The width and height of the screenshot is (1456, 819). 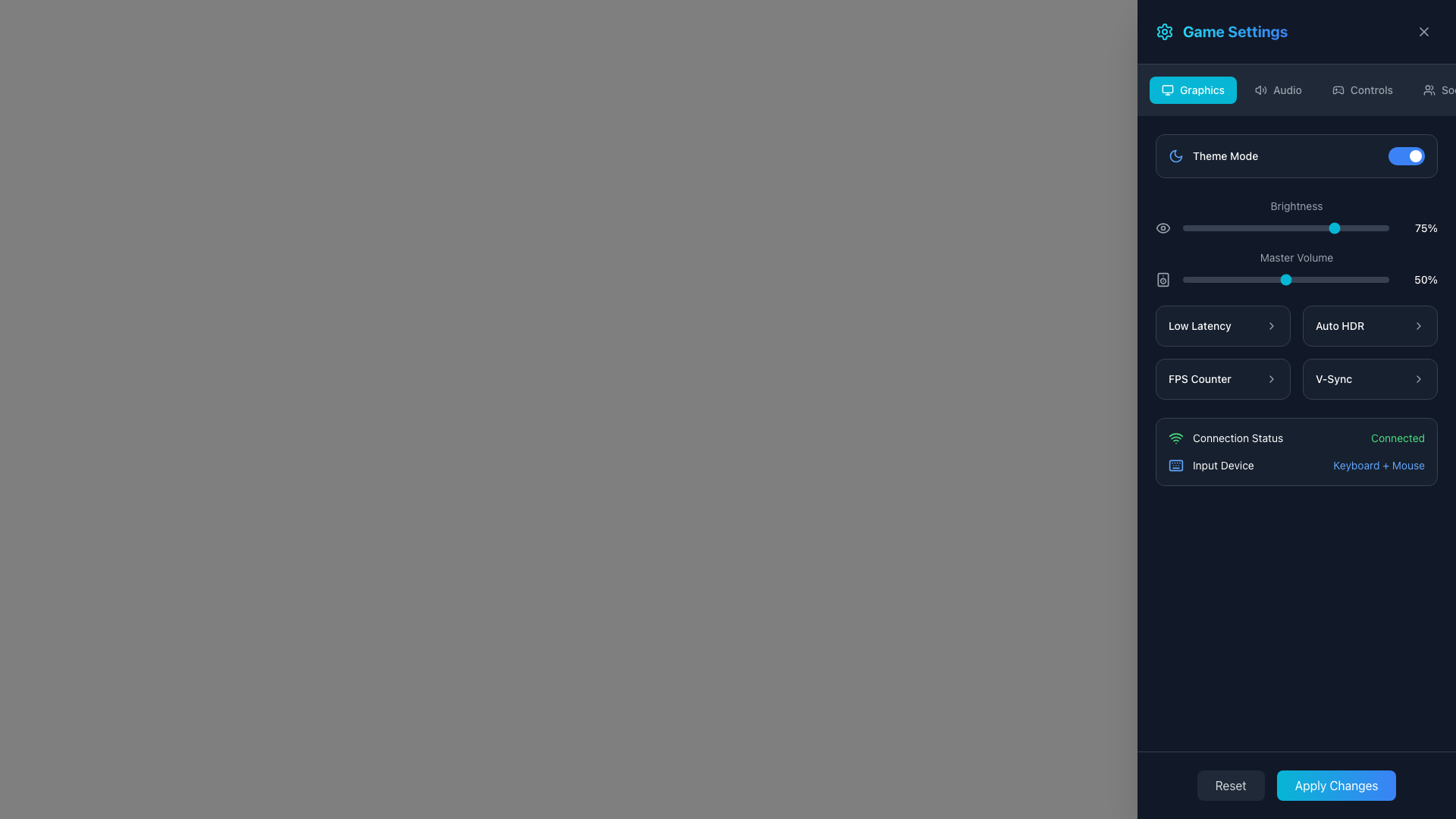 I want to click on the game controller icon located in the upper section of the menu panel, positioned left of the 'Controls' label, so click(x=1338, y=90).